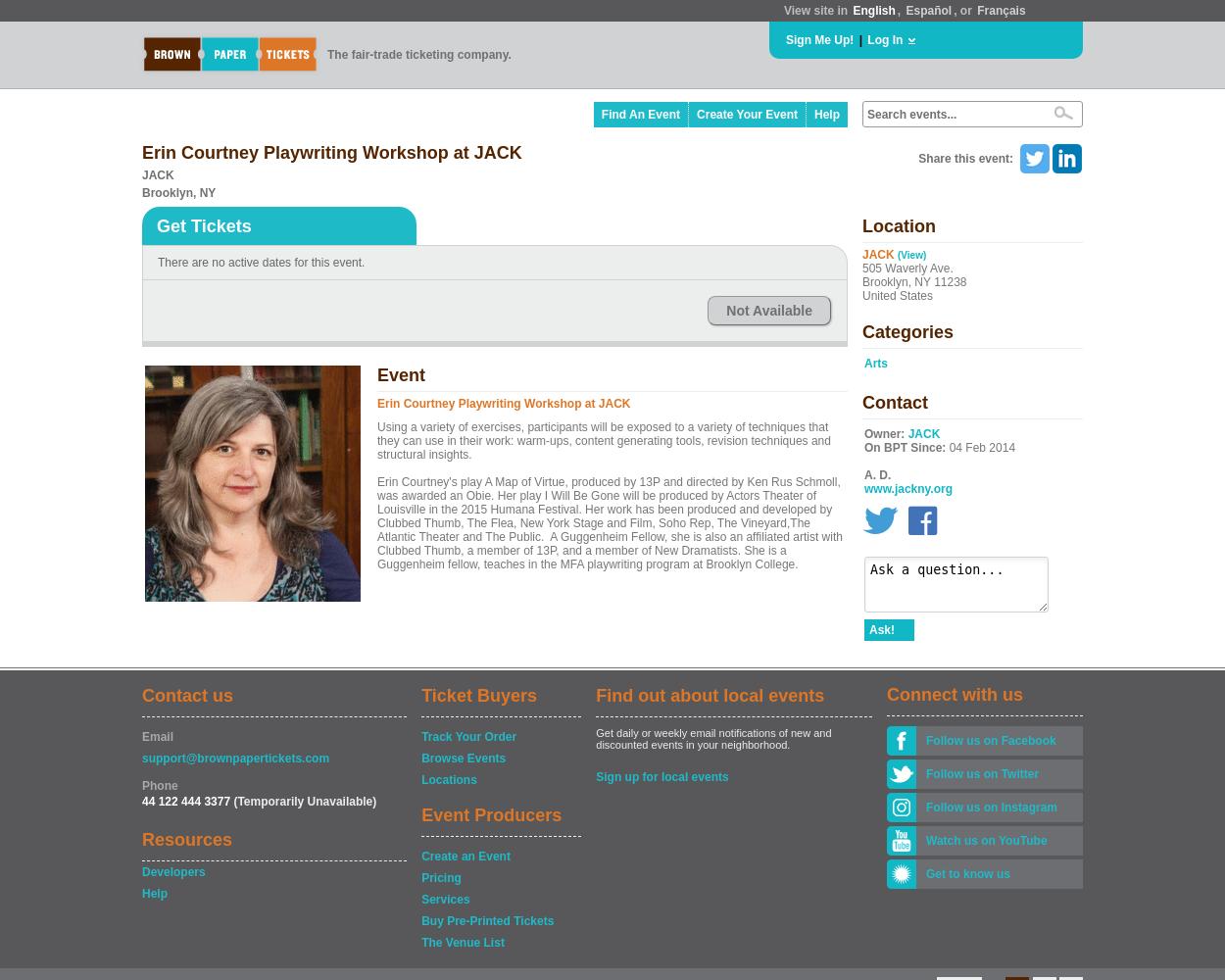  Describe the element at coordinates (142, 192) in the screenshot. I see `'Brooklyn, NY'` at that location.